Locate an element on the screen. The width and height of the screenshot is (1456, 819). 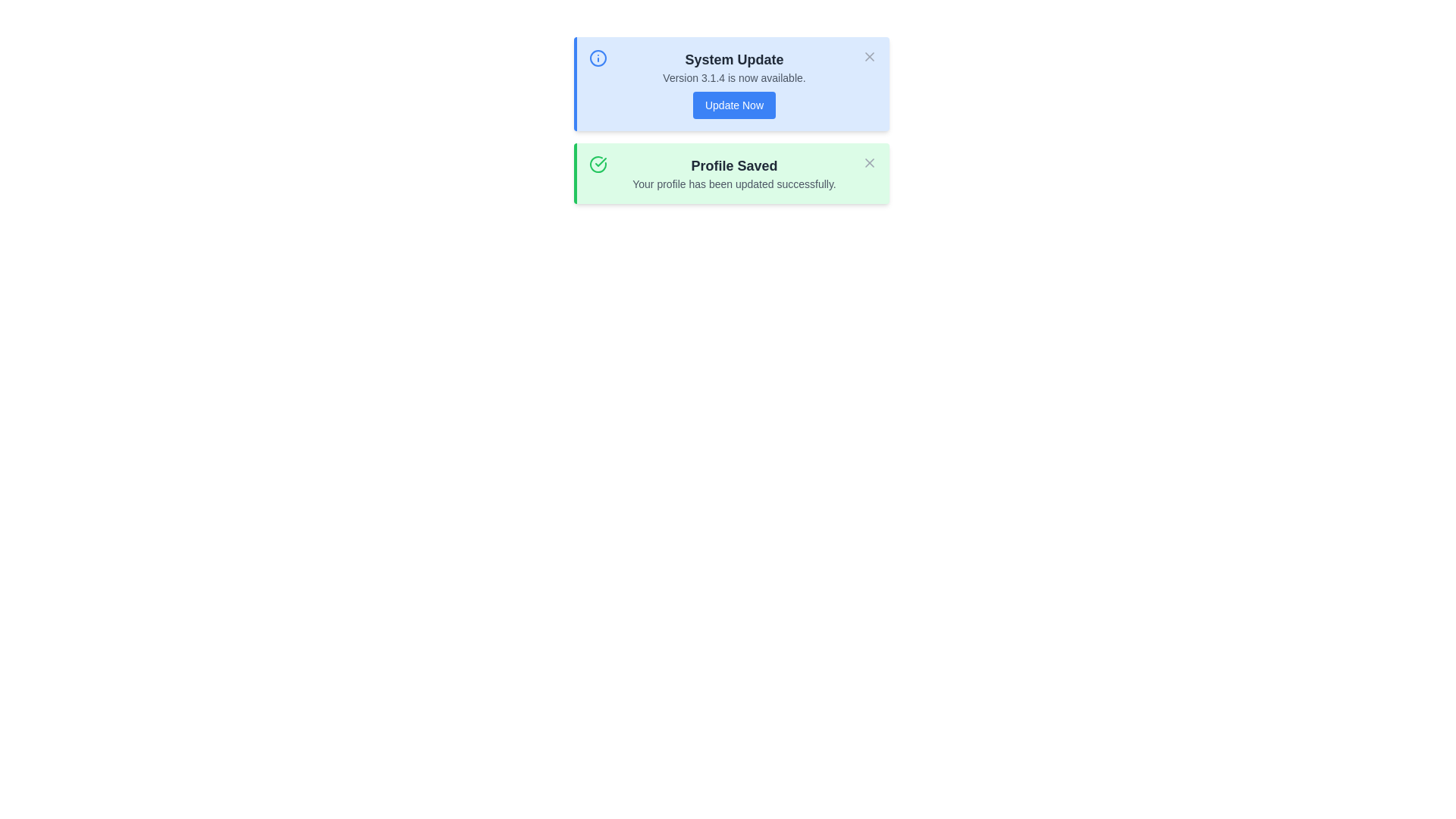
notification about the software update version 3.1.4 from the first notification card positioned at the top of the notification list is located at coordinates (731, 84).